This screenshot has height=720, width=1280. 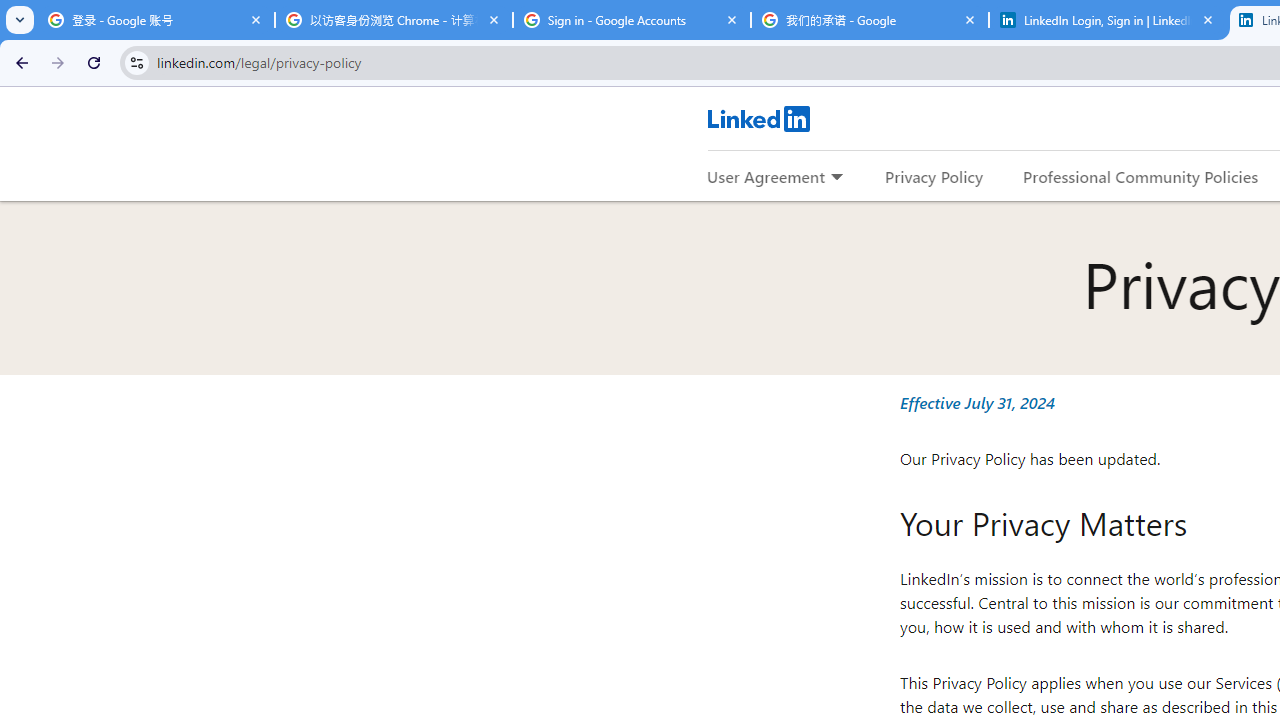 I want to click on 'User Agreement', so click(x=765, y=175).